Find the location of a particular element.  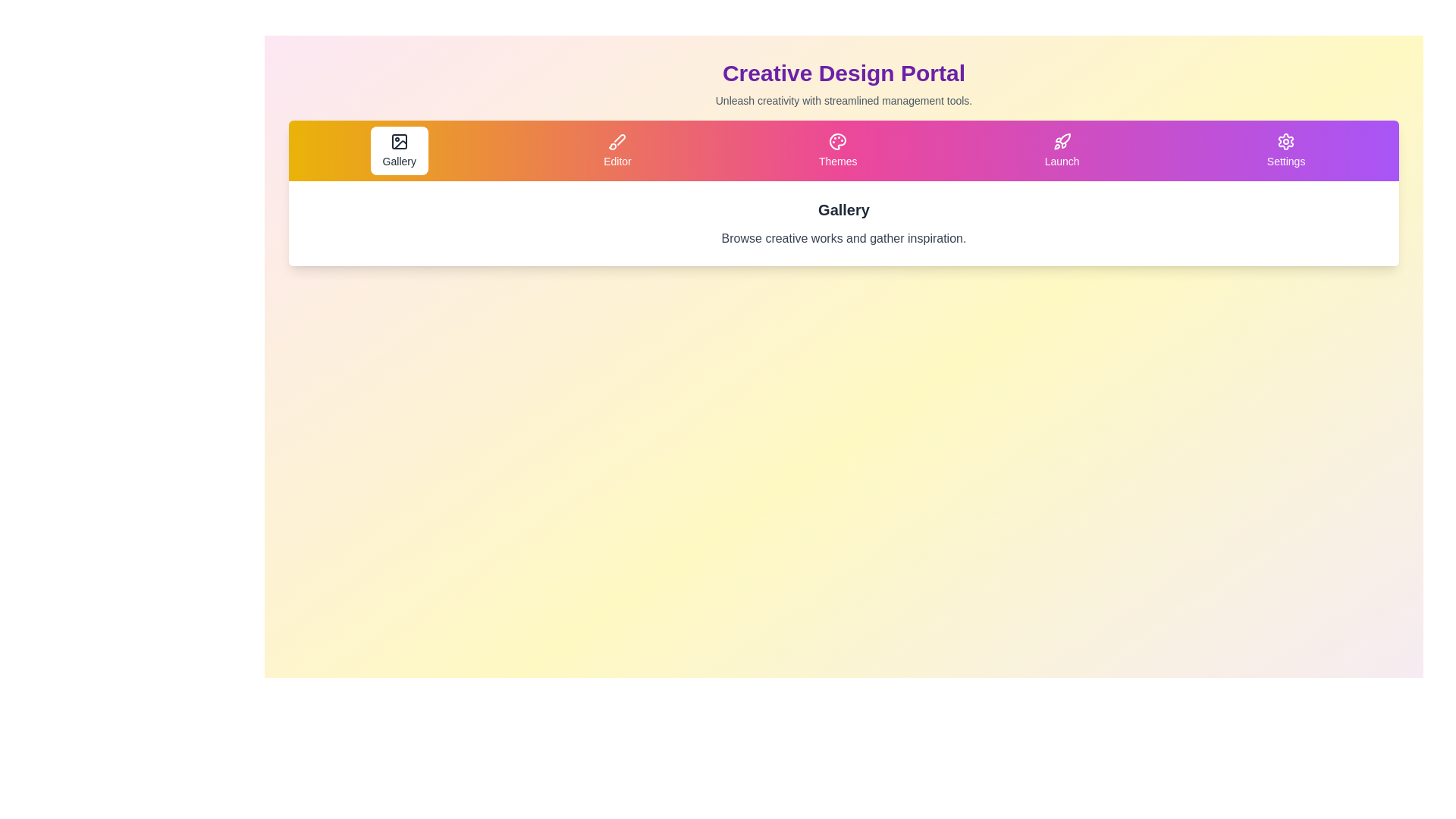

text of the heading element labeled 'Gallery', which is centrally positioned at the top section of the interface is located at coordinates (843, 210).